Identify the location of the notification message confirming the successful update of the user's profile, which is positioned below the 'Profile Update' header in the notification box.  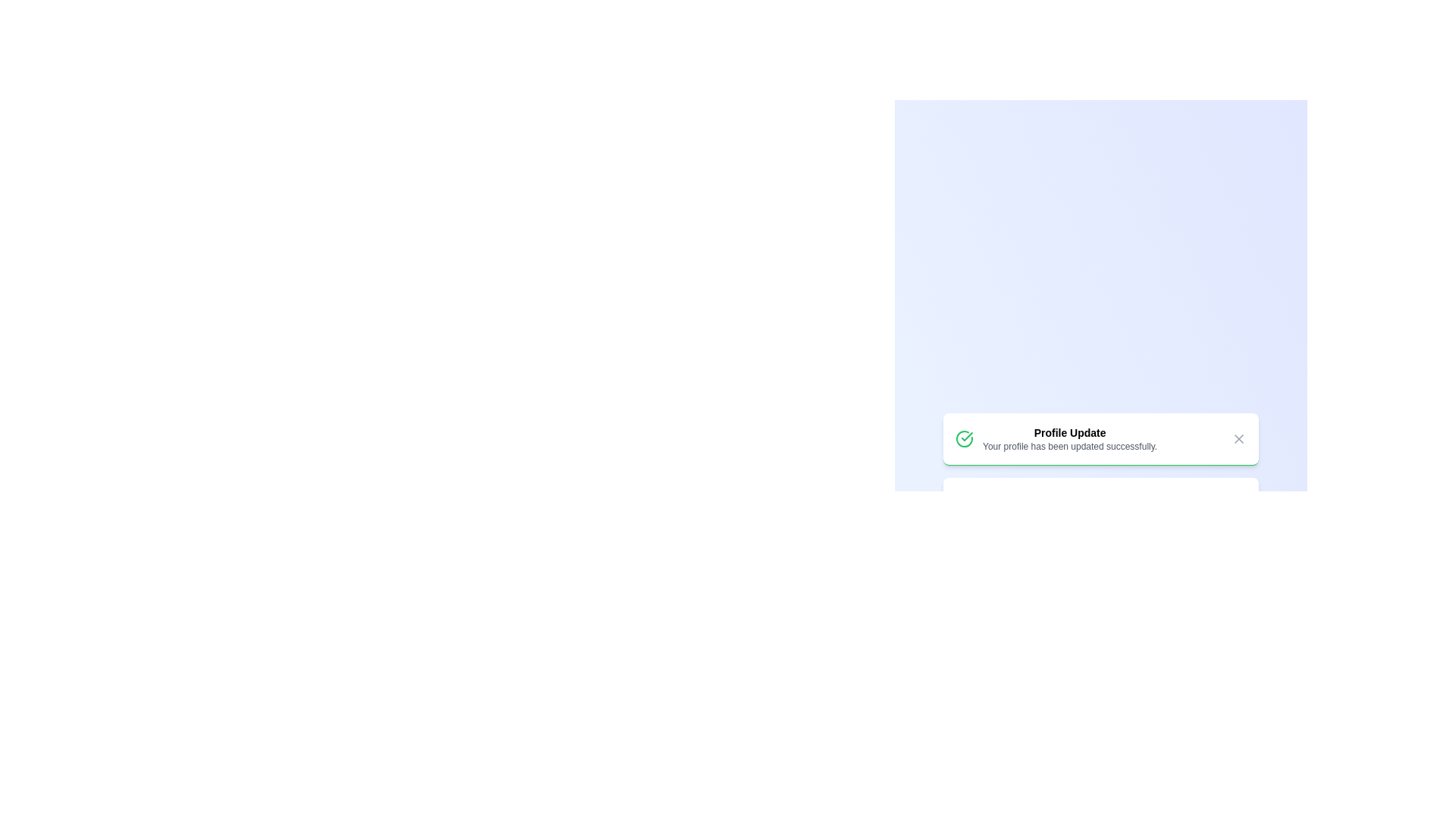
(1069, 445).